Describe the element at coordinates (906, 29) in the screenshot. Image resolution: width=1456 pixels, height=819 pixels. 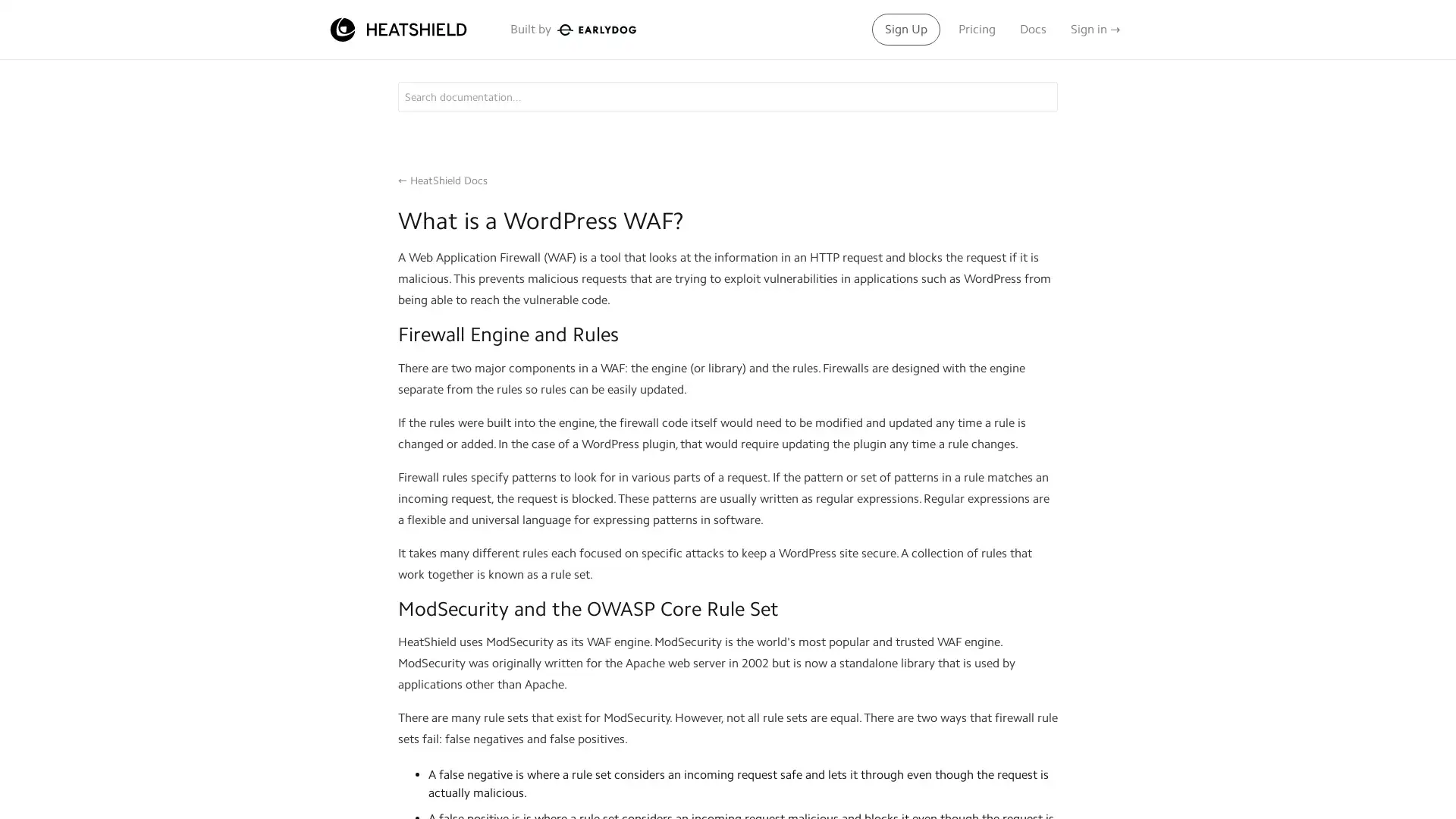
I see `Sign Up` at that location.